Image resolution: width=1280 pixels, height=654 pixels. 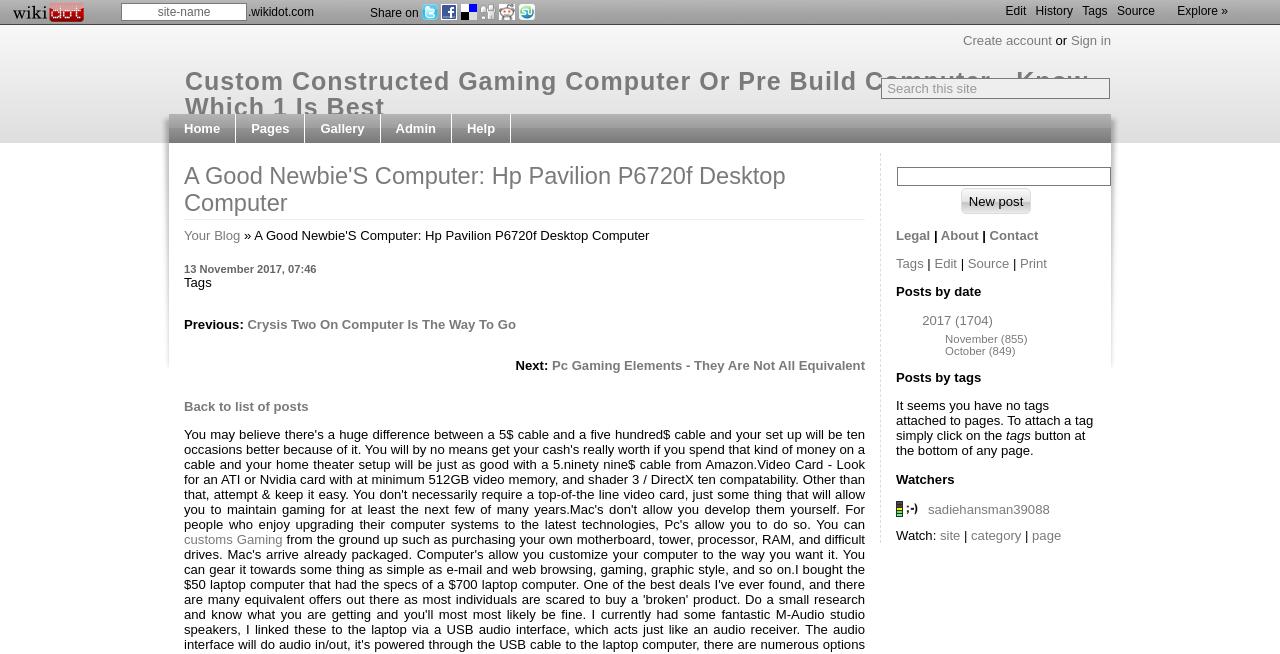 I want to click on 'Posts by date', so click(x=937, y=290).